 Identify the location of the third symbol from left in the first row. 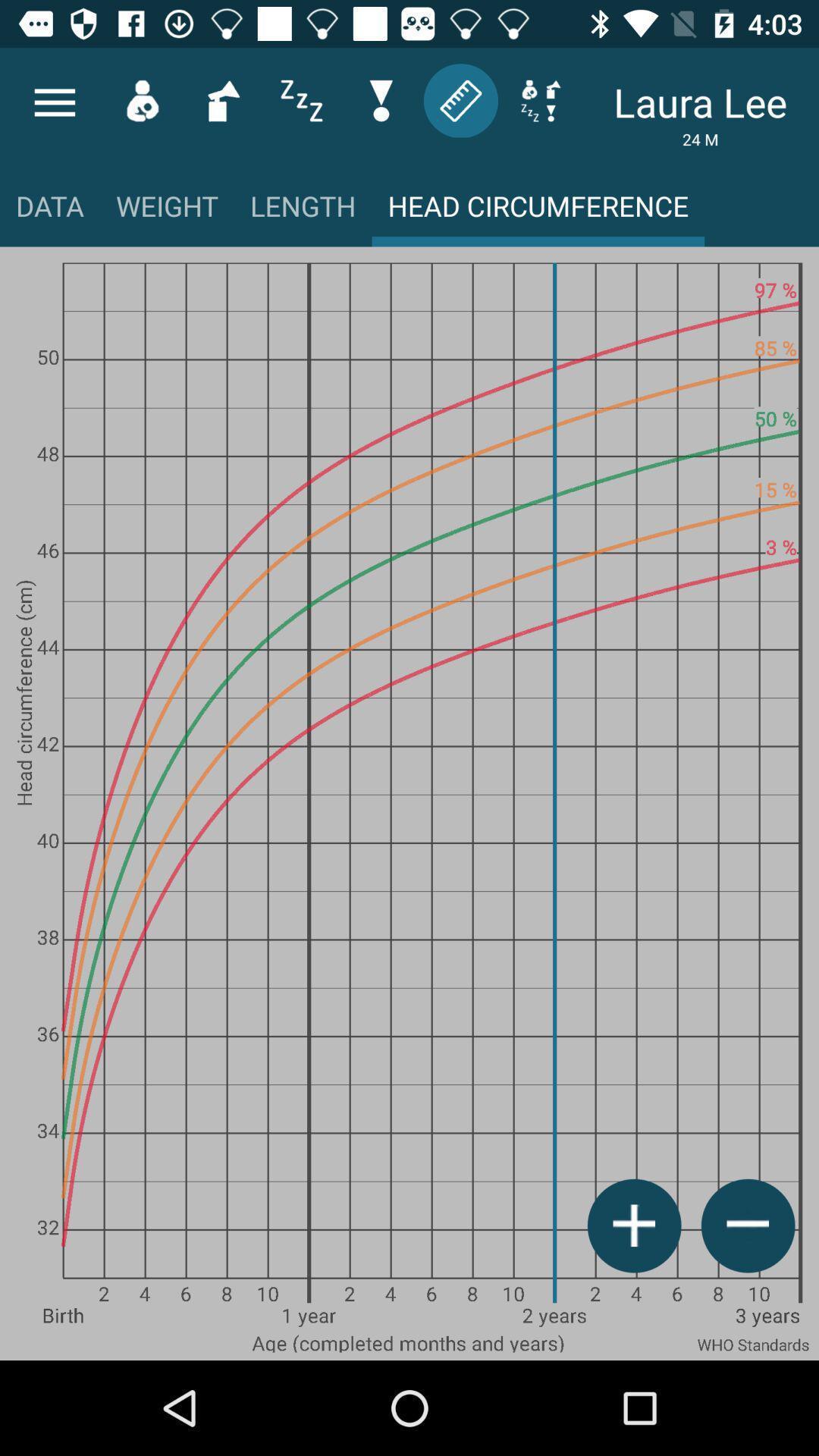
(222, 100).